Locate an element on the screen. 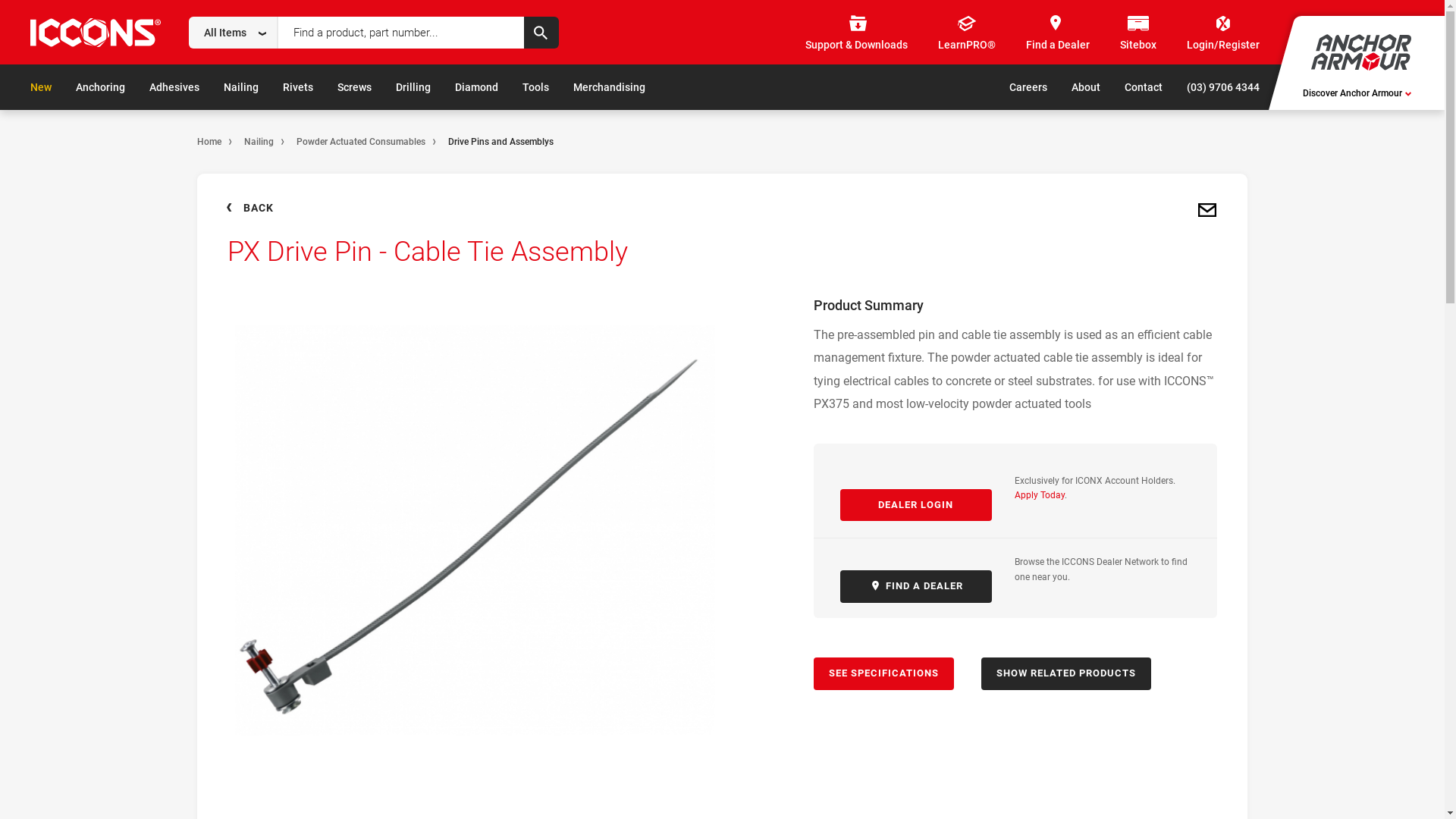  'Adhesives' is located at coordinates (174, 87).